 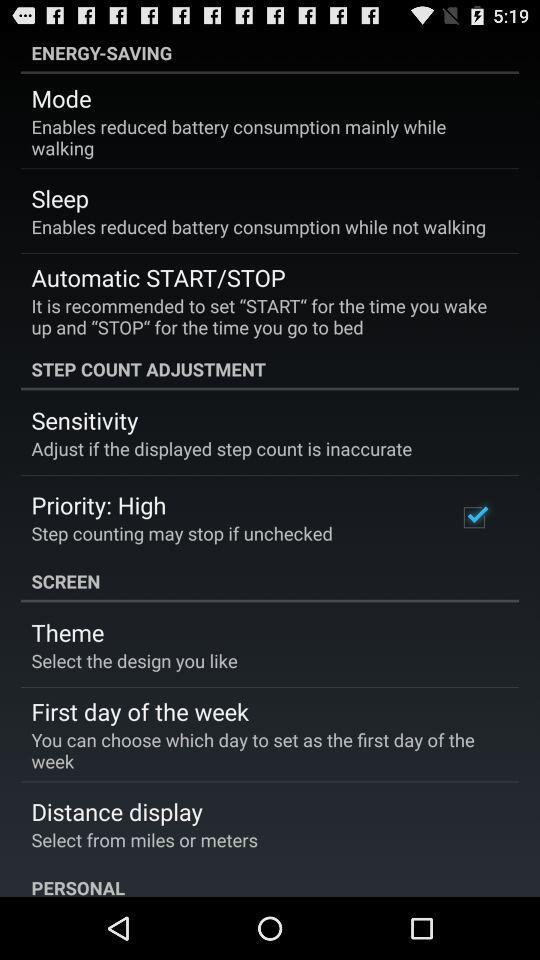 What do you see at coordinates (157, 276) in the screenshot?
I see `the automatic start/stop icon` at bounding box center [157, 276].